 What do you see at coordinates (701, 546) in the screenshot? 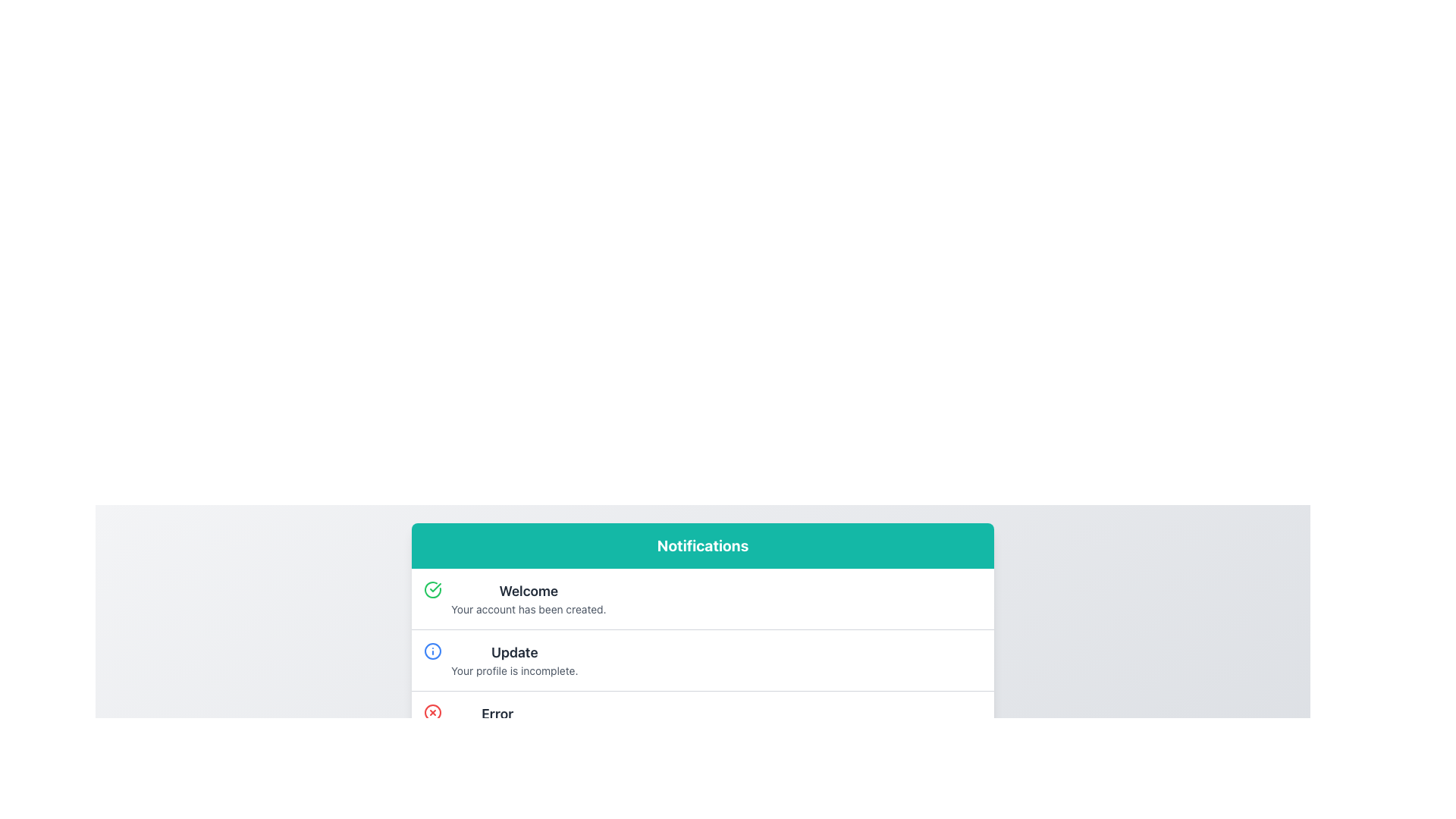
I see `the header banner with a teal background` at bounding box center [701, 546].